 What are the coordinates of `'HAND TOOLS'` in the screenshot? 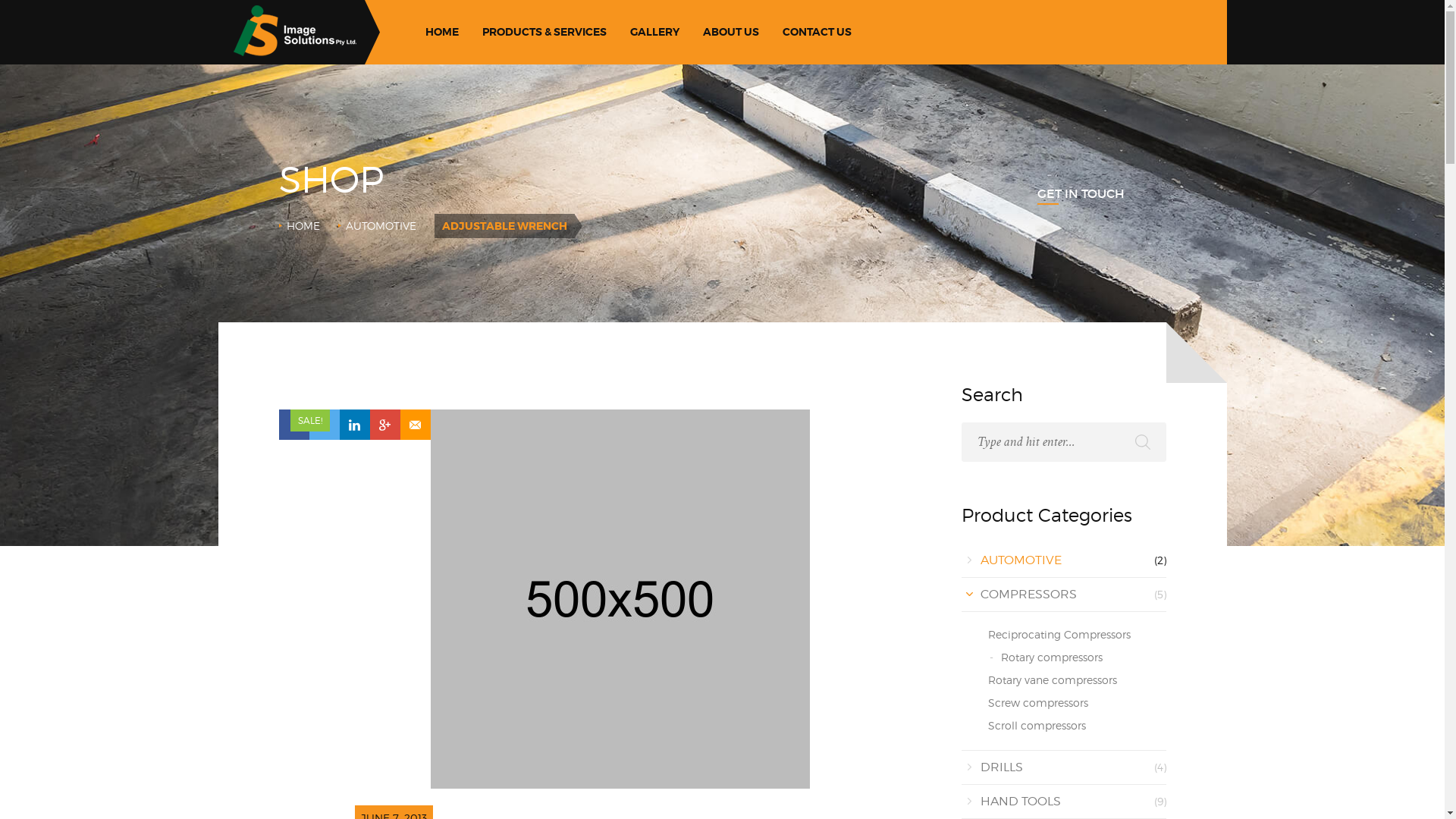 It's located at (979, 800).